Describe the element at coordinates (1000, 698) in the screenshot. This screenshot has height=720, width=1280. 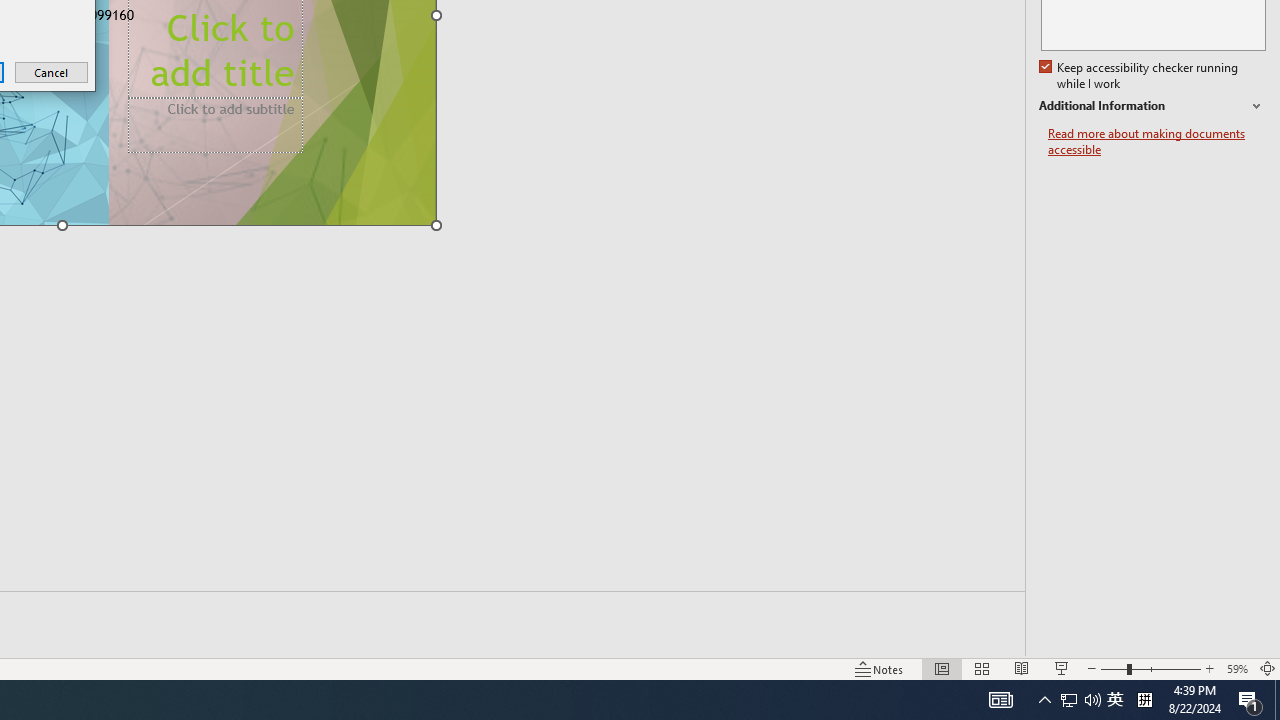
I see `'AutomationID: 4105'` at that location.